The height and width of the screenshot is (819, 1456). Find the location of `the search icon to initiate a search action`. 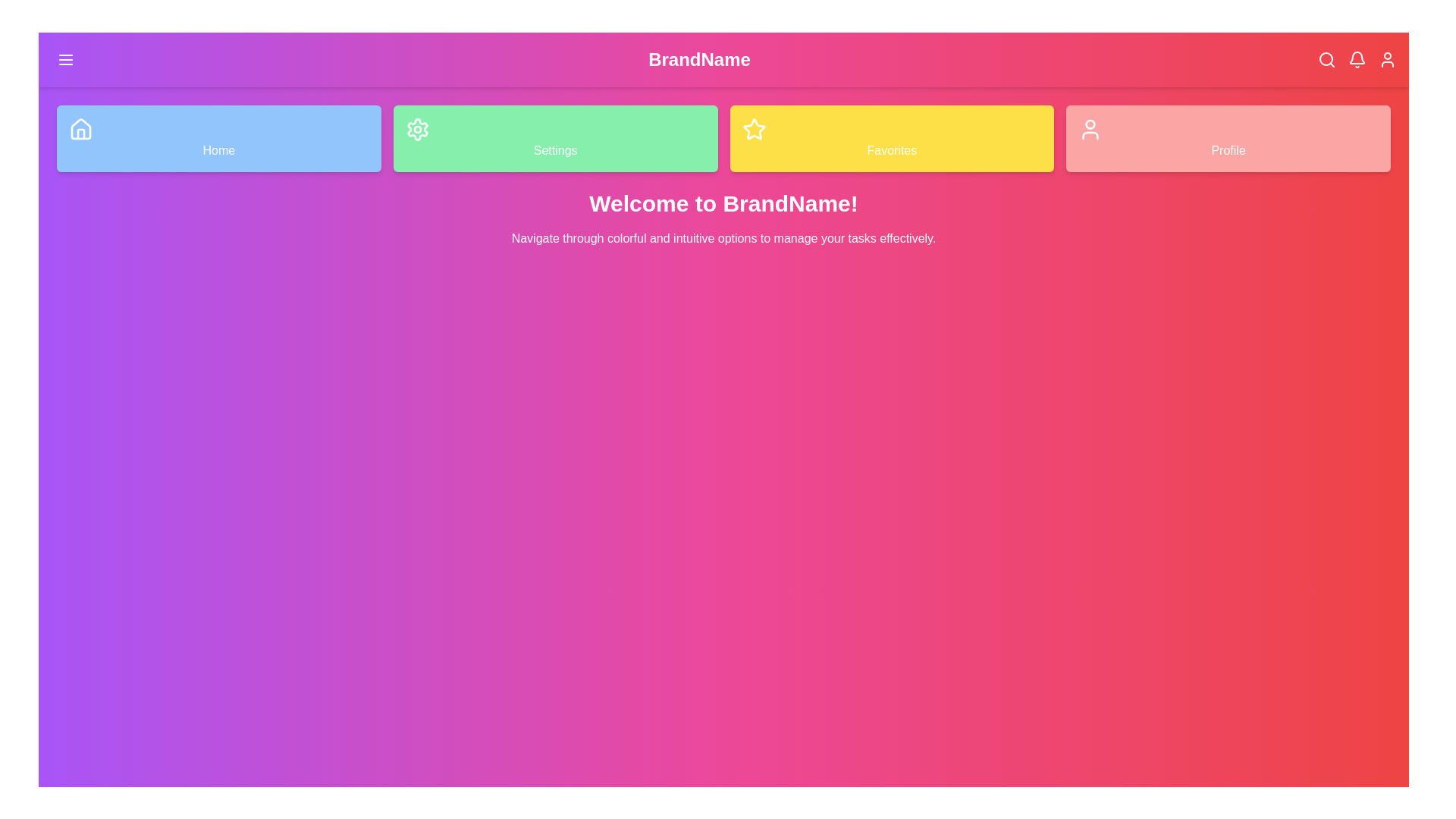

the search icon to initiate a search action is located at coordinates (1326, 58).